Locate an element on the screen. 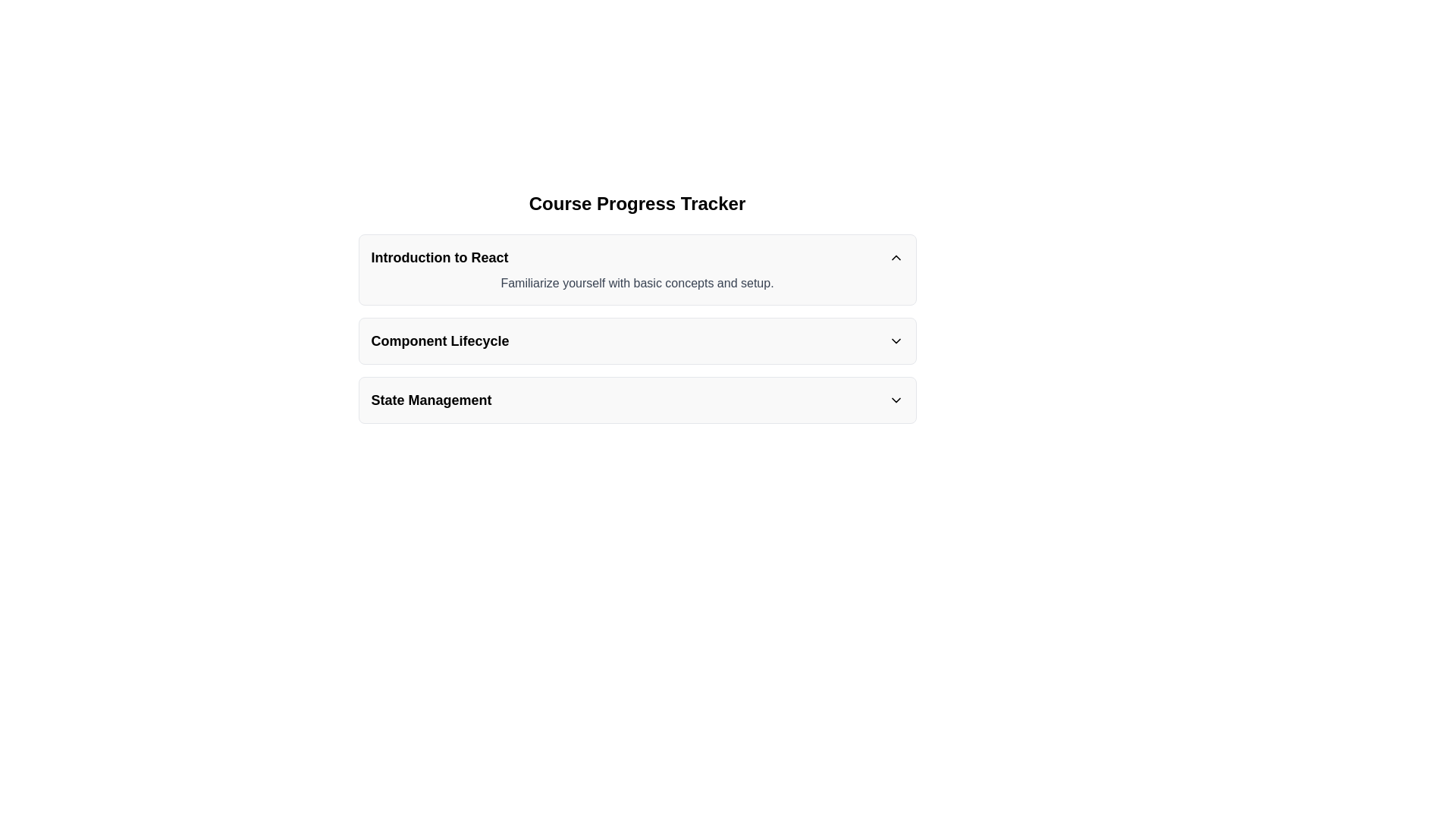  text content of the header or label for the 'Component Lifecycle' section, which is positioned below the 'Introduction to React' section and above the 'State Management' section is located at coordinates (439, 341).